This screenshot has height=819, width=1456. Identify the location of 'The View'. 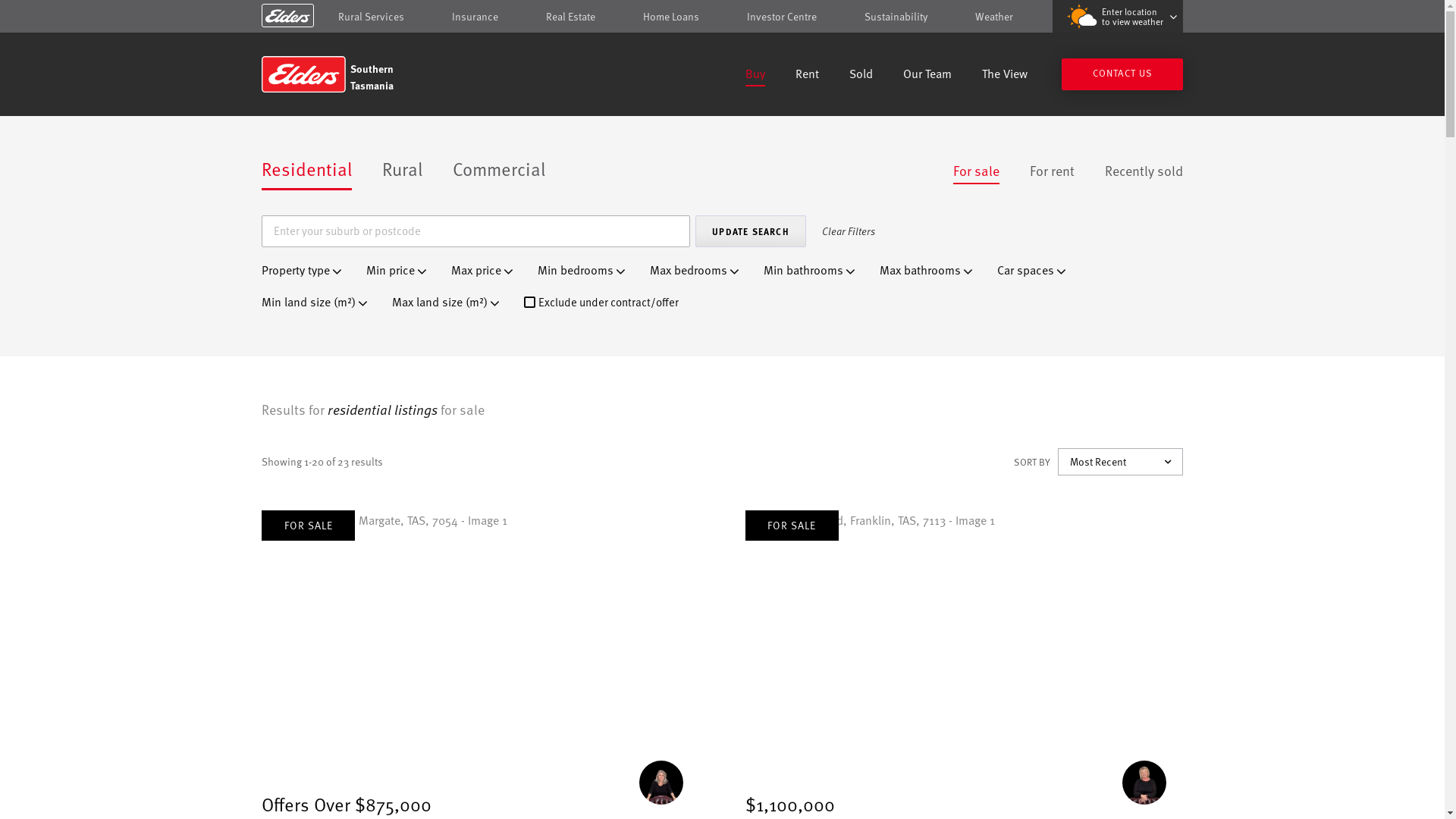
(1004, 75).